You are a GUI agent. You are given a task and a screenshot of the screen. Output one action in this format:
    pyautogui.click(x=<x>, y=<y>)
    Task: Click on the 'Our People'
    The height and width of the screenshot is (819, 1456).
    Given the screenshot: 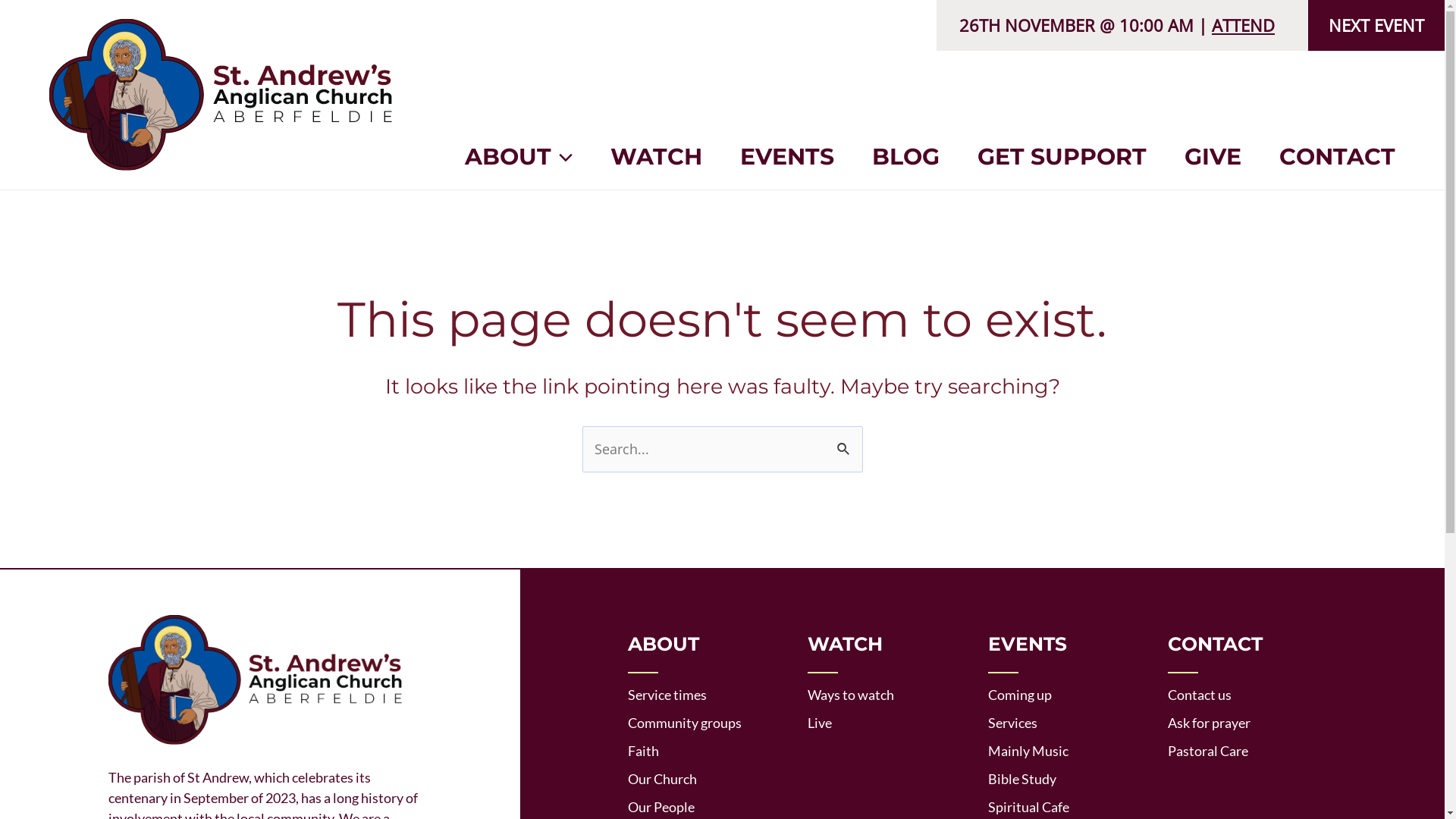 What is the action you would take?
    pyautogui.click(x=661, y=806)
    